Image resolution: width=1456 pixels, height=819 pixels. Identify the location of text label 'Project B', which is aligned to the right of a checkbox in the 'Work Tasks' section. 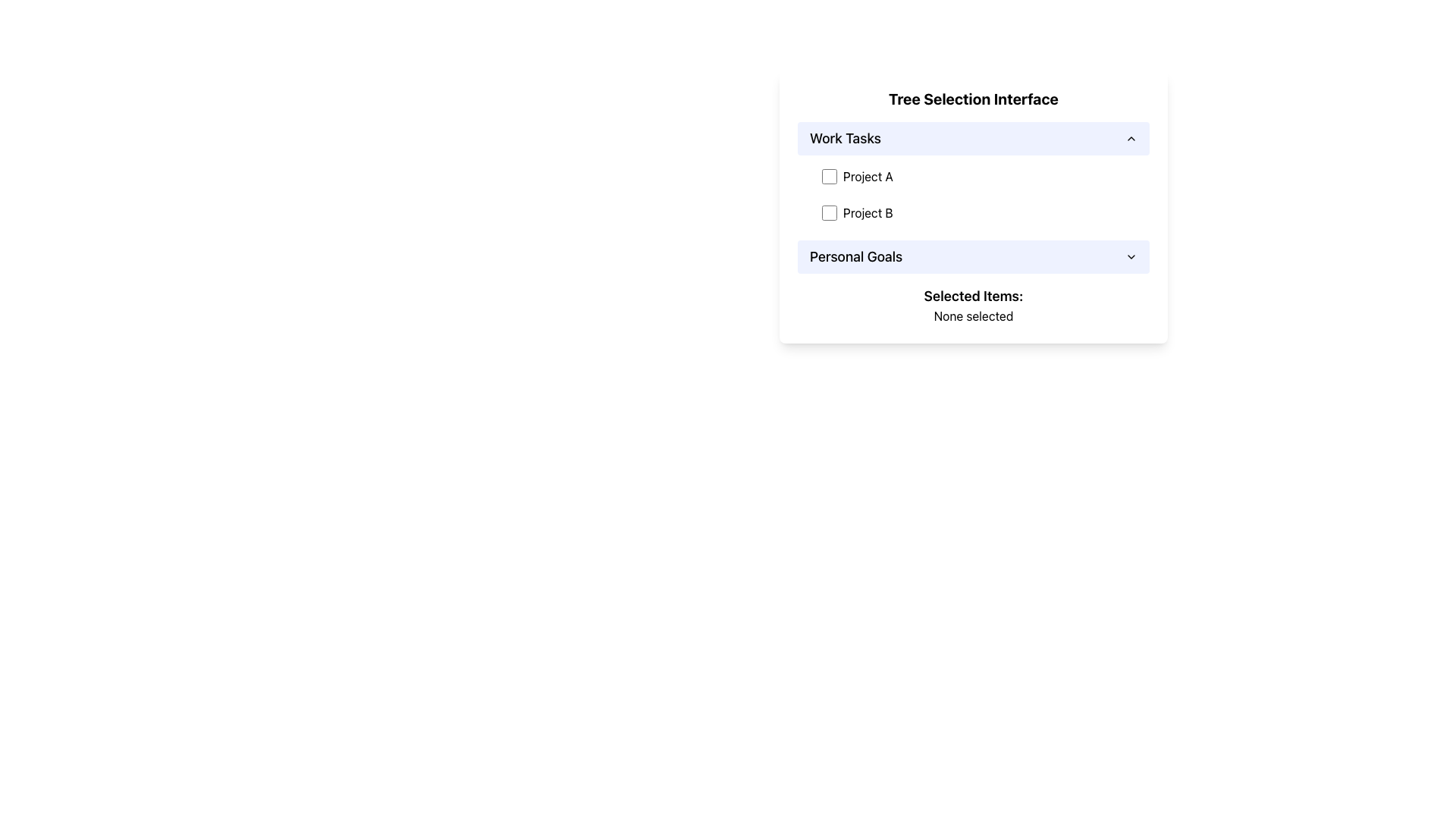
(868, 213).